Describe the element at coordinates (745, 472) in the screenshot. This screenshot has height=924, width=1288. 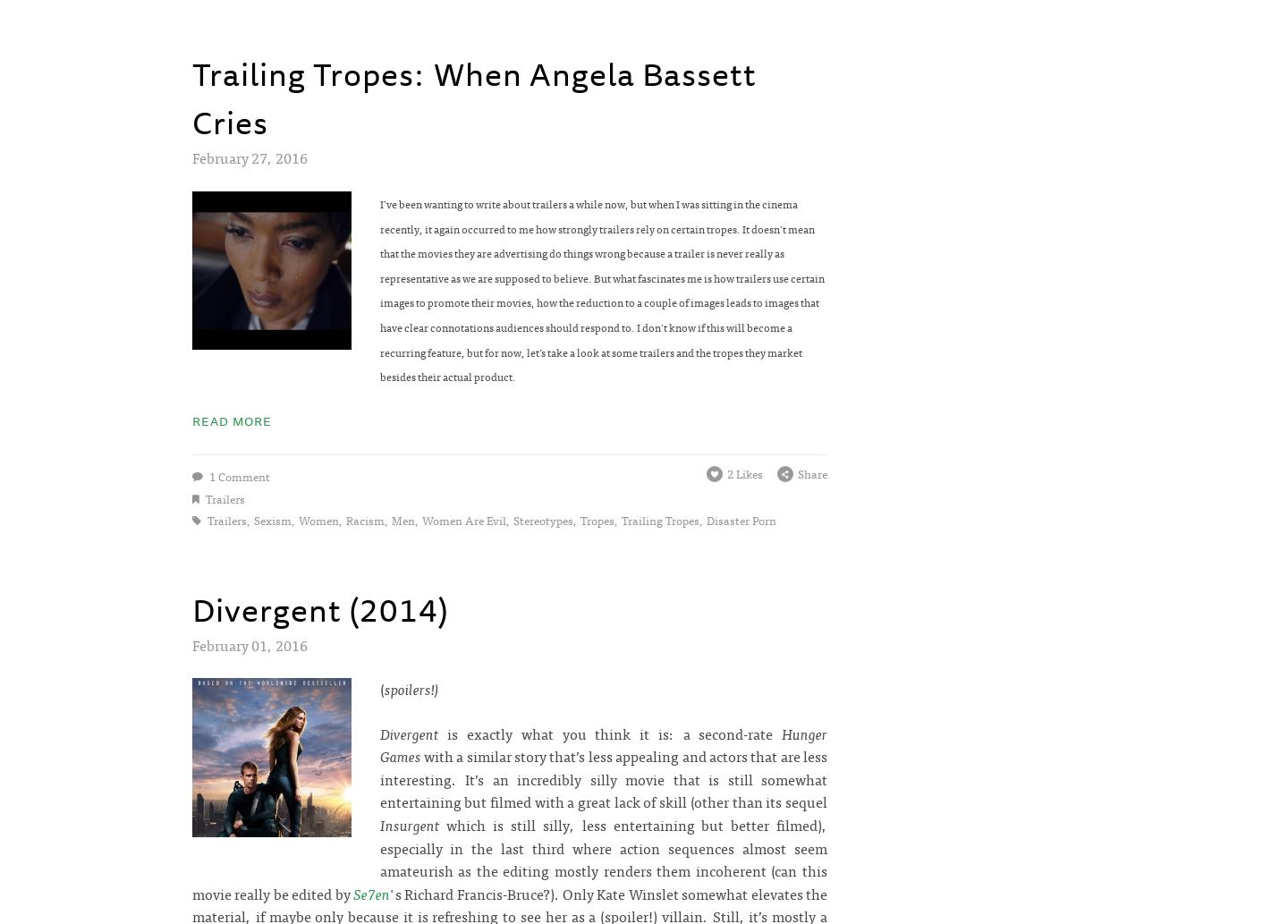
I see `'2 Likes'` at that location.